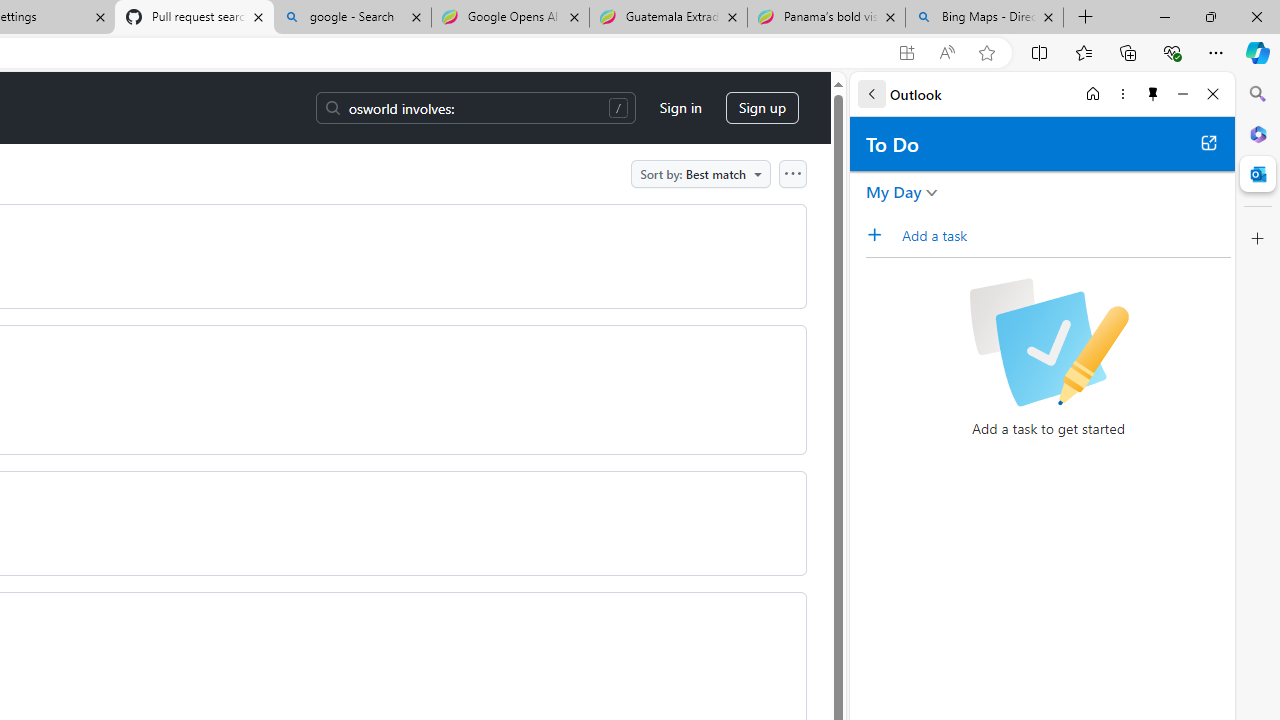 Image resolution: width=1280 pixels, height=720 pixels. I want to click on 'google - Search', so click(352, 17).